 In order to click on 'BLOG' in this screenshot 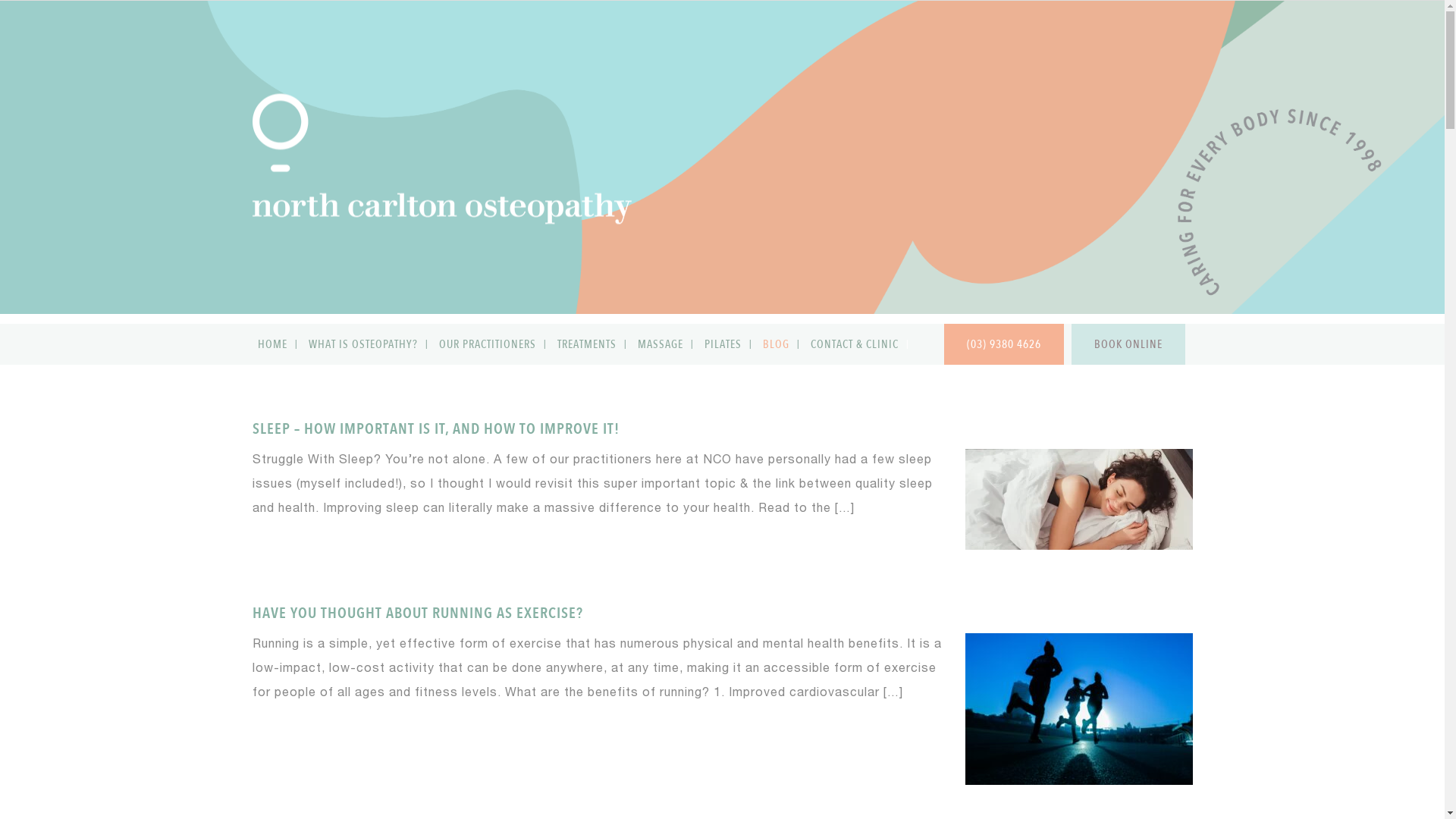, I will do `click(757, 344)`.